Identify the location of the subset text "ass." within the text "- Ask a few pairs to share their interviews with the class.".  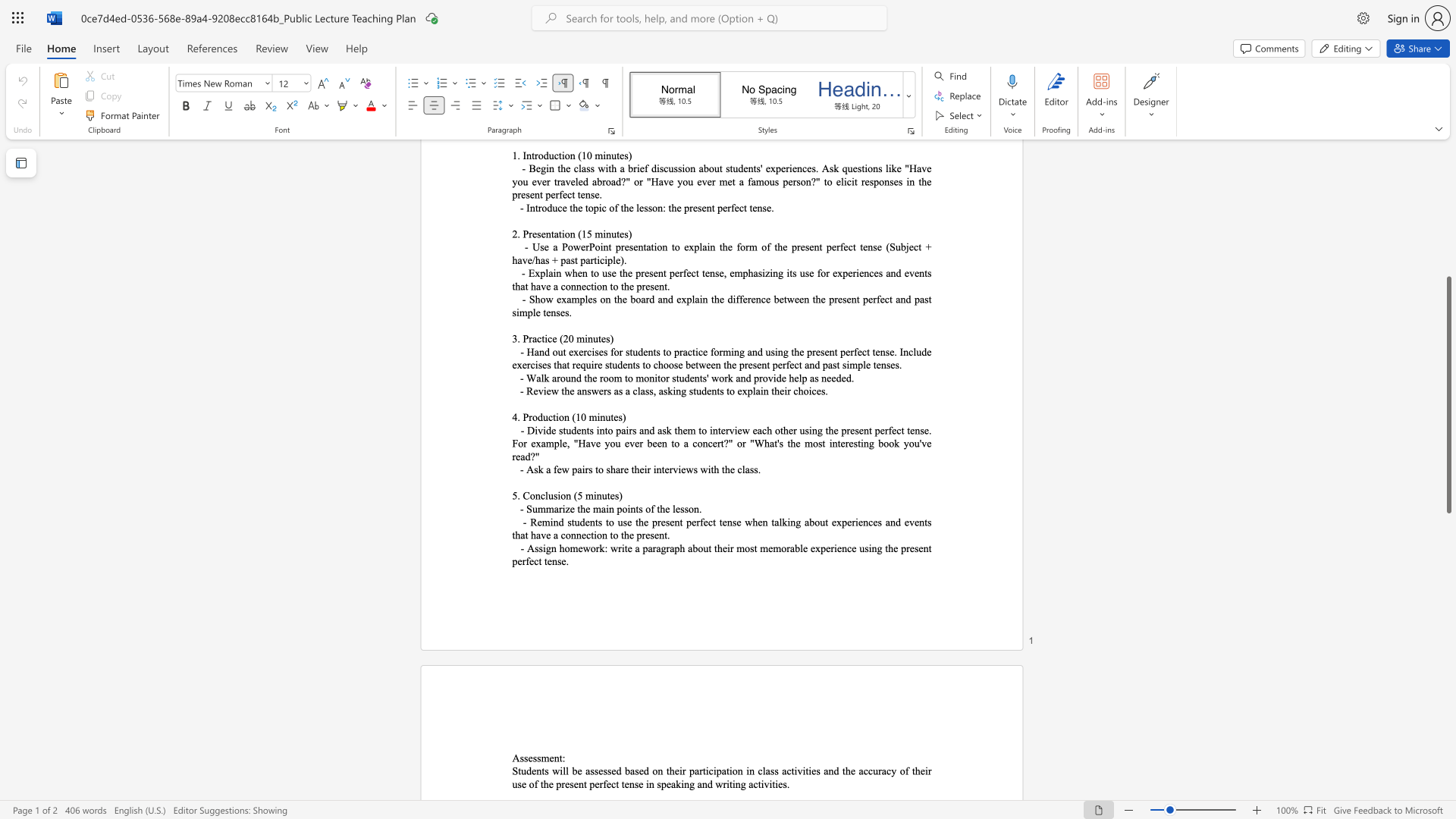
(745, 469).